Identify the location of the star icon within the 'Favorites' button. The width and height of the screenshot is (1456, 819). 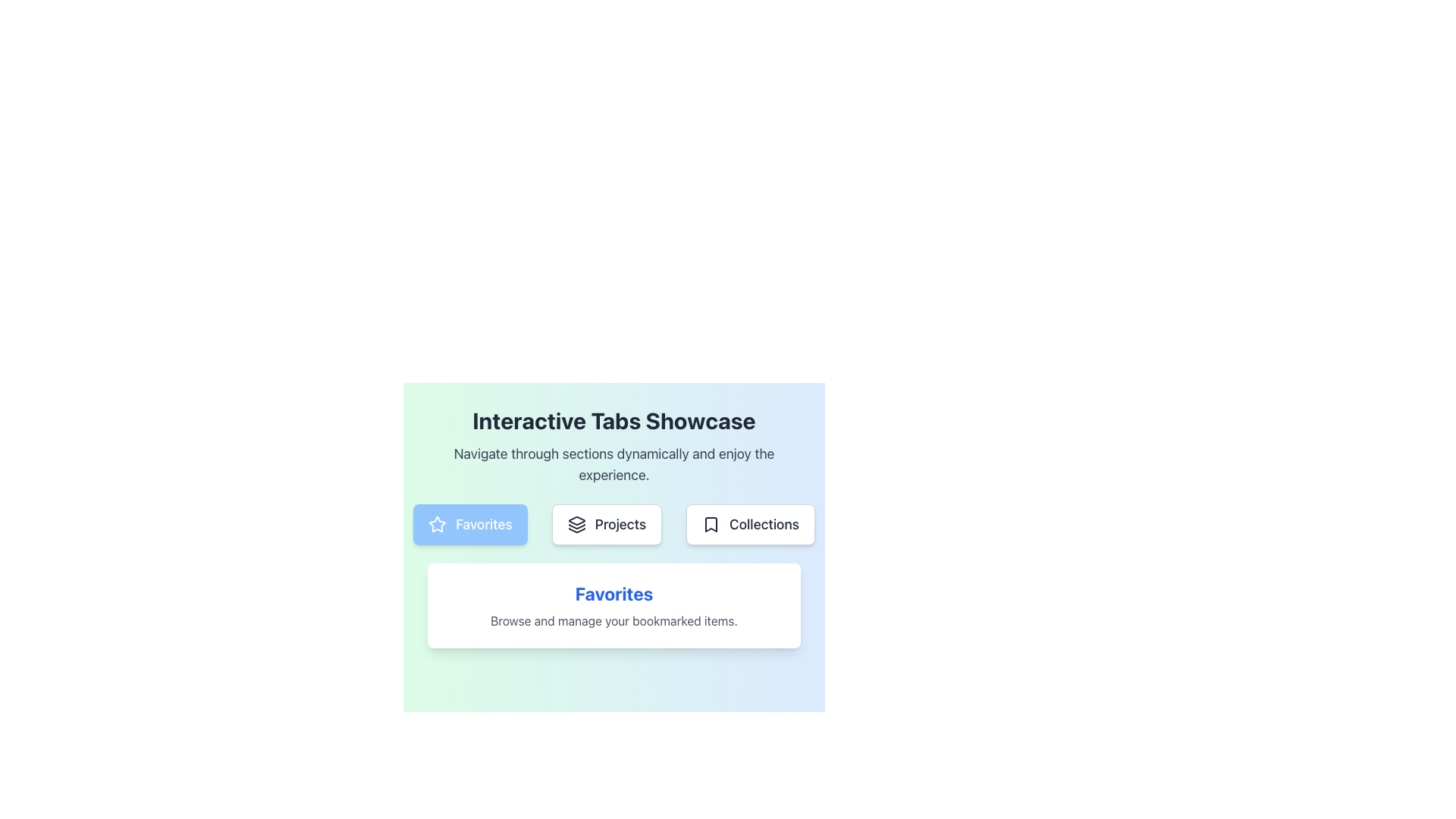
(436, 522).